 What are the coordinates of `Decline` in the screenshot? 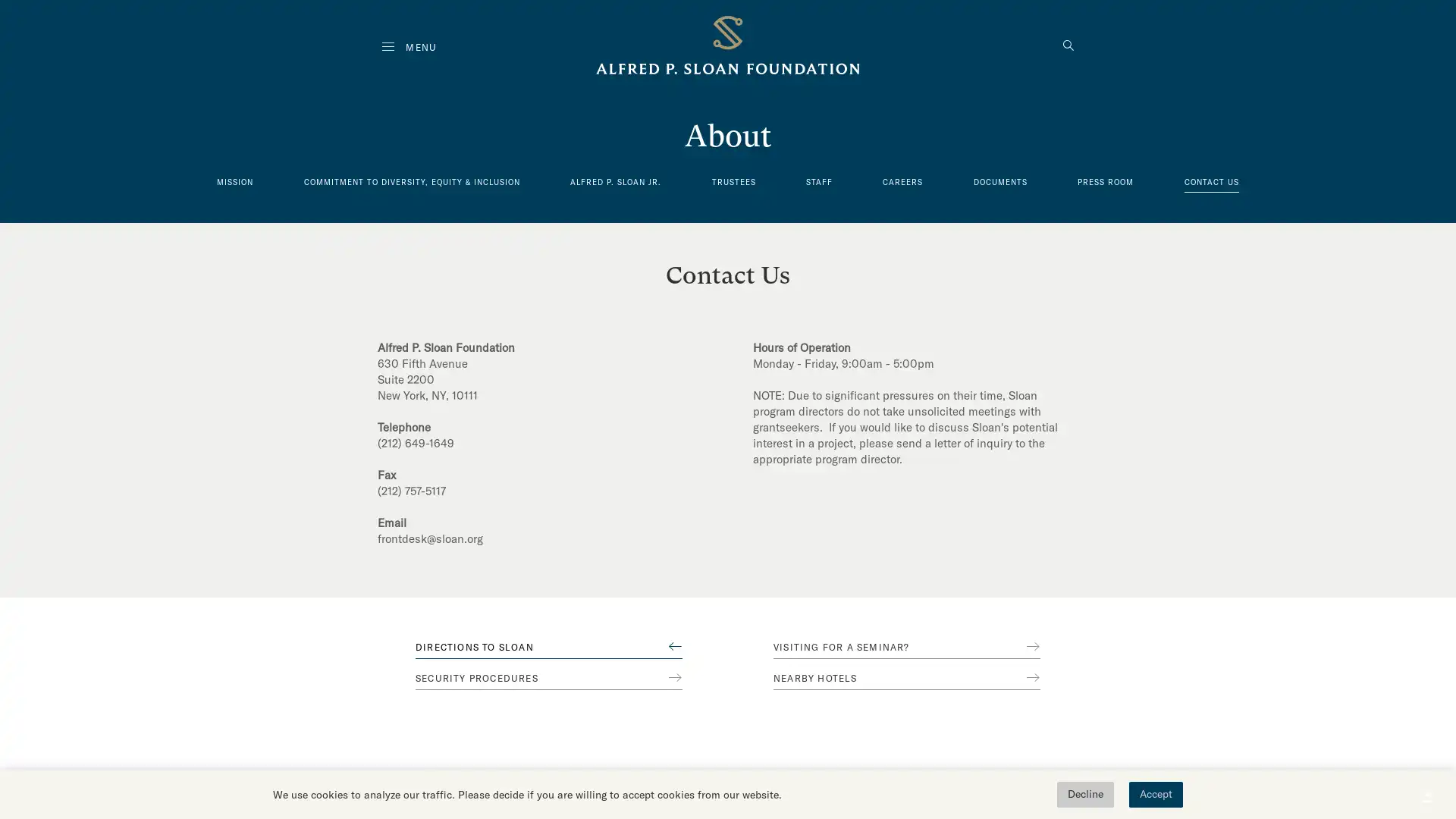 It's located at (1084, 794).